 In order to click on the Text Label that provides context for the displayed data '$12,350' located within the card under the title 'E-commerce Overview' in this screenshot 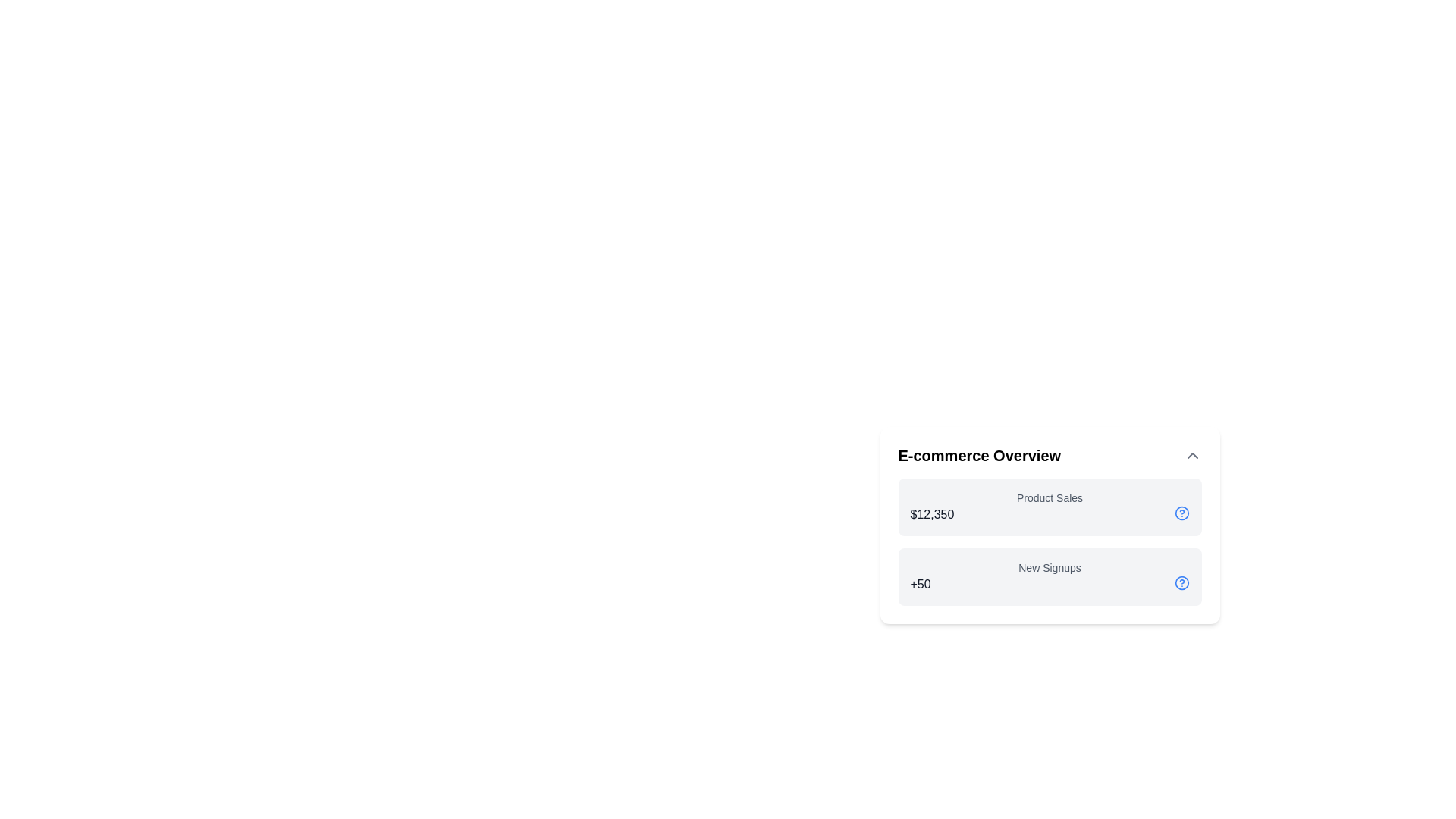, I will do `click(1049, 497)`.